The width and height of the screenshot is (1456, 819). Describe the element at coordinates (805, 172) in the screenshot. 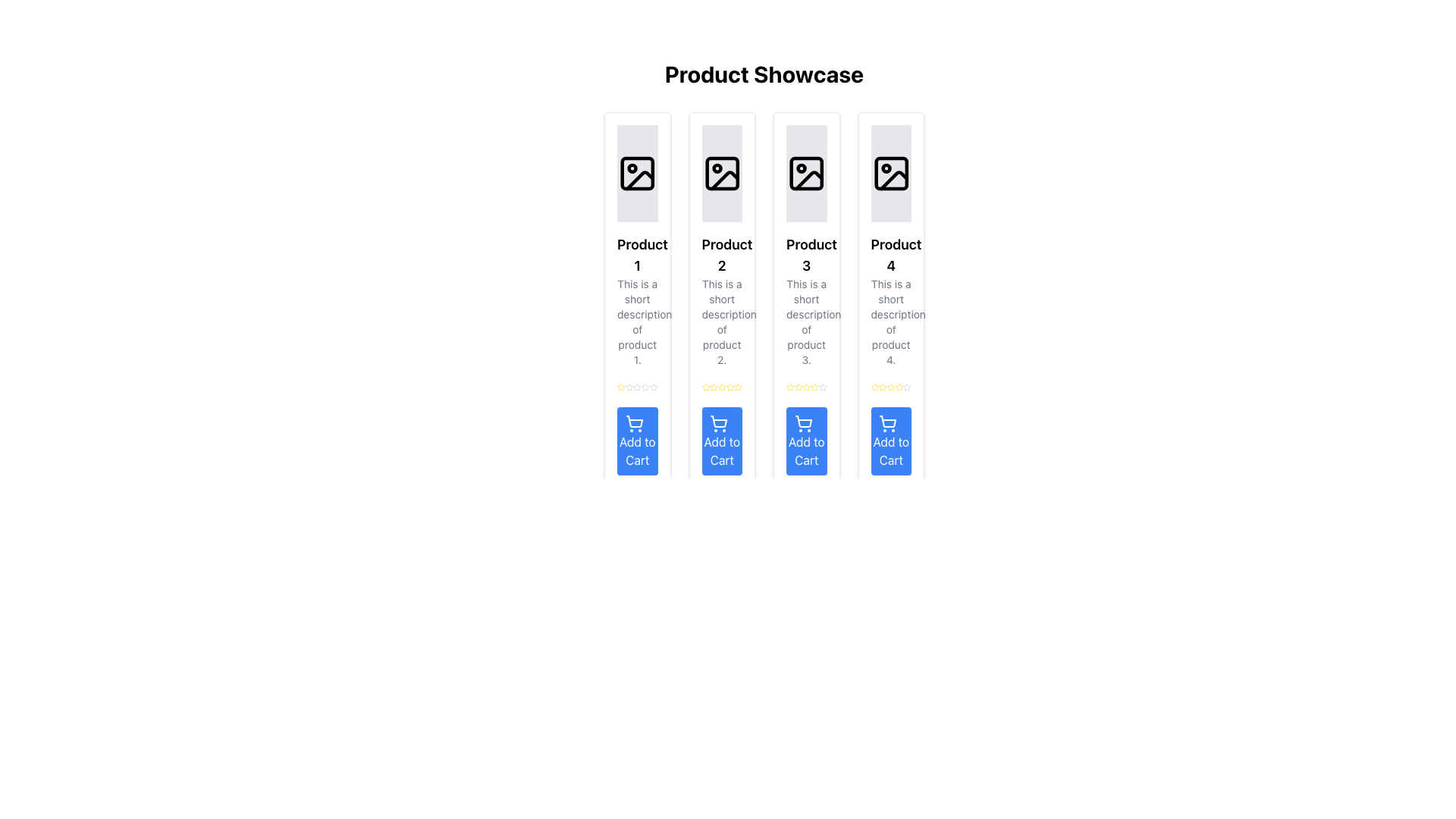

I see `the graphic placeholder element for 'Product 3', which is located near the top-left corner of the image representation` at that location.